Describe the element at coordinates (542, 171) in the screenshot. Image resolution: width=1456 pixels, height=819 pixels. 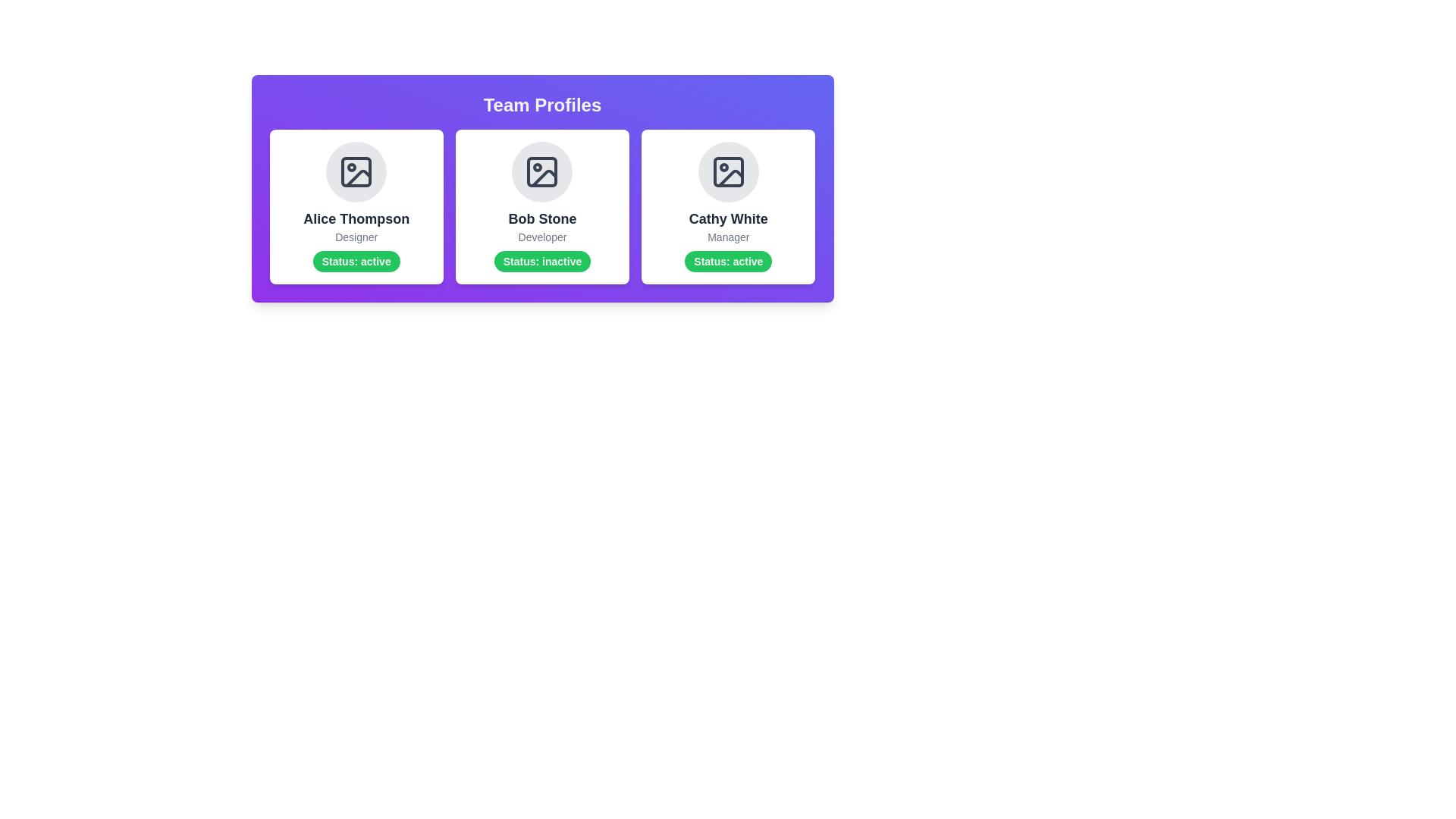
I see `the icon representing the profile picture placeholder for 'Bob Stone', located in the middle profile card of three displayed cards` at that location.